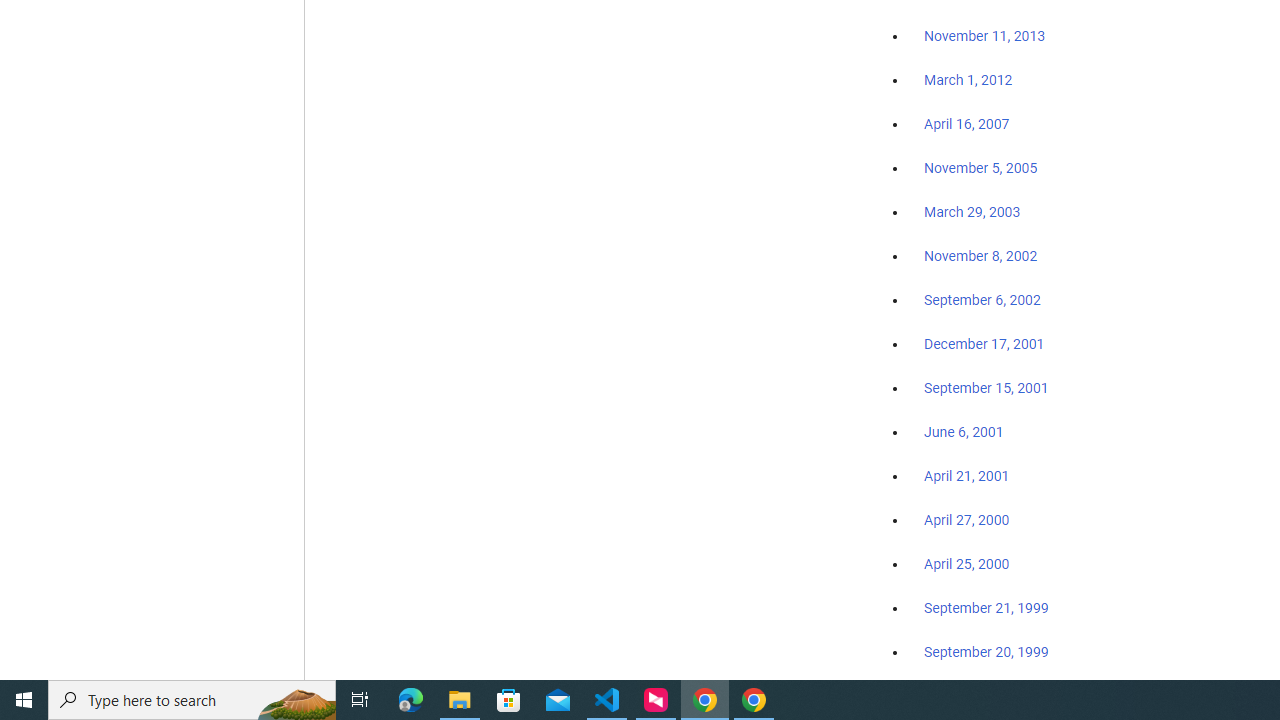 The width and height of the screenshot is (1280, 720). Describe the element at coordinates (986, 651) in the screenshot. I see `'September 20, 1999'` at that location.